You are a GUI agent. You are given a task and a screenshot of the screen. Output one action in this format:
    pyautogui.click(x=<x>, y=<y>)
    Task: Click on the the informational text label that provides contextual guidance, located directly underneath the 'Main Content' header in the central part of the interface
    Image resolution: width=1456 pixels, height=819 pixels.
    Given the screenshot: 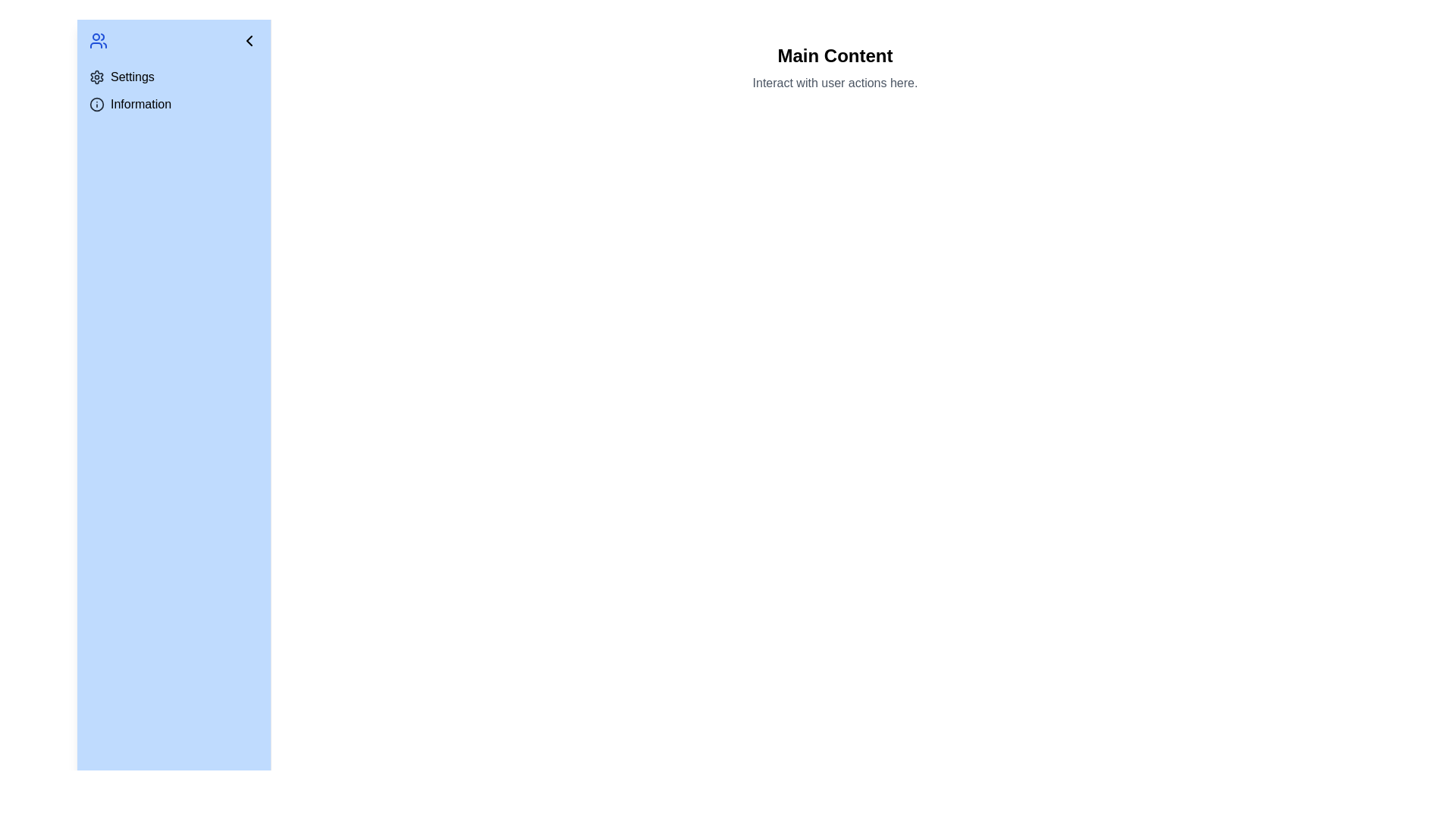 What is the action you would take?
    pyautogui.click(x=834, y=83)
    